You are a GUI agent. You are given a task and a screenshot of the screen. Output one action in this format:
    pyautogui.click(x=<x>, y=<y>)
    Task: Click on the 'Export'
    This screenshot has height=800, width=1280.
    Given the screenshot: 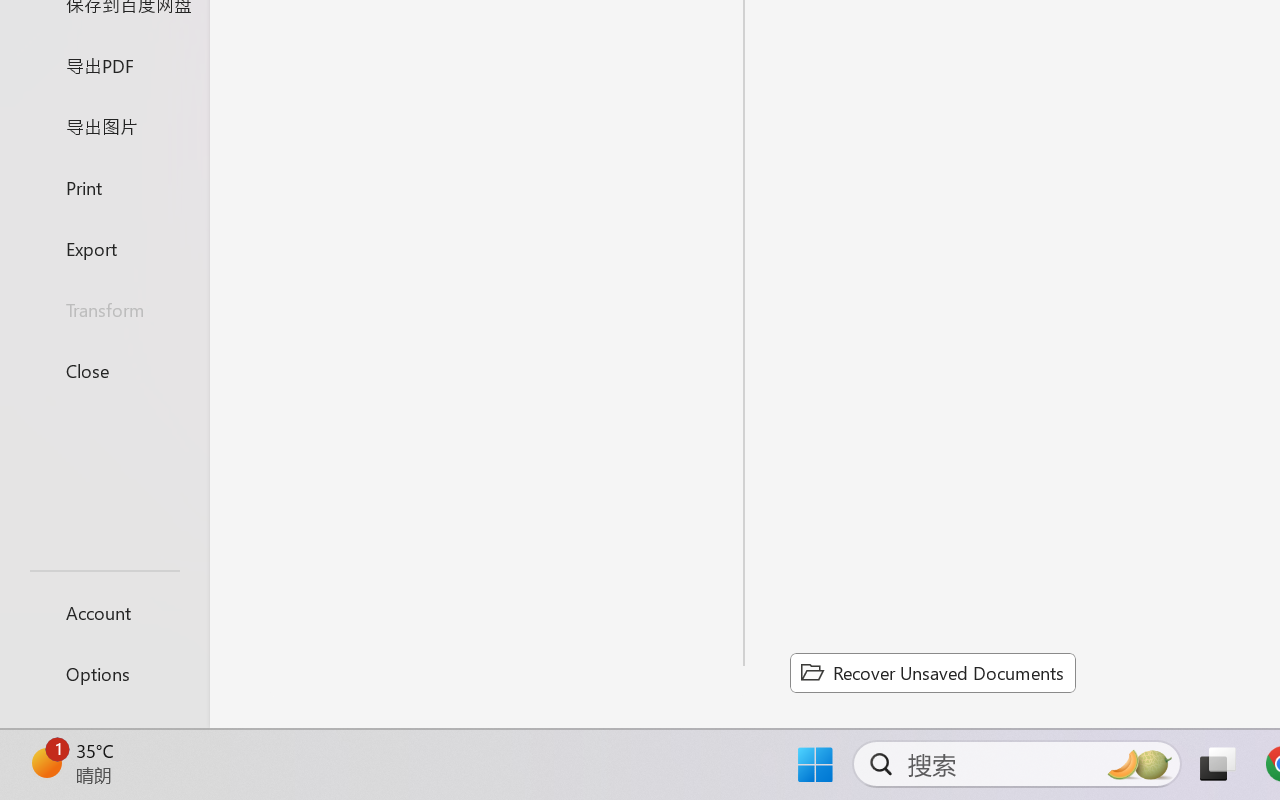 What is the action you would take?
    pyautogui.click(x=103, y=247)
    